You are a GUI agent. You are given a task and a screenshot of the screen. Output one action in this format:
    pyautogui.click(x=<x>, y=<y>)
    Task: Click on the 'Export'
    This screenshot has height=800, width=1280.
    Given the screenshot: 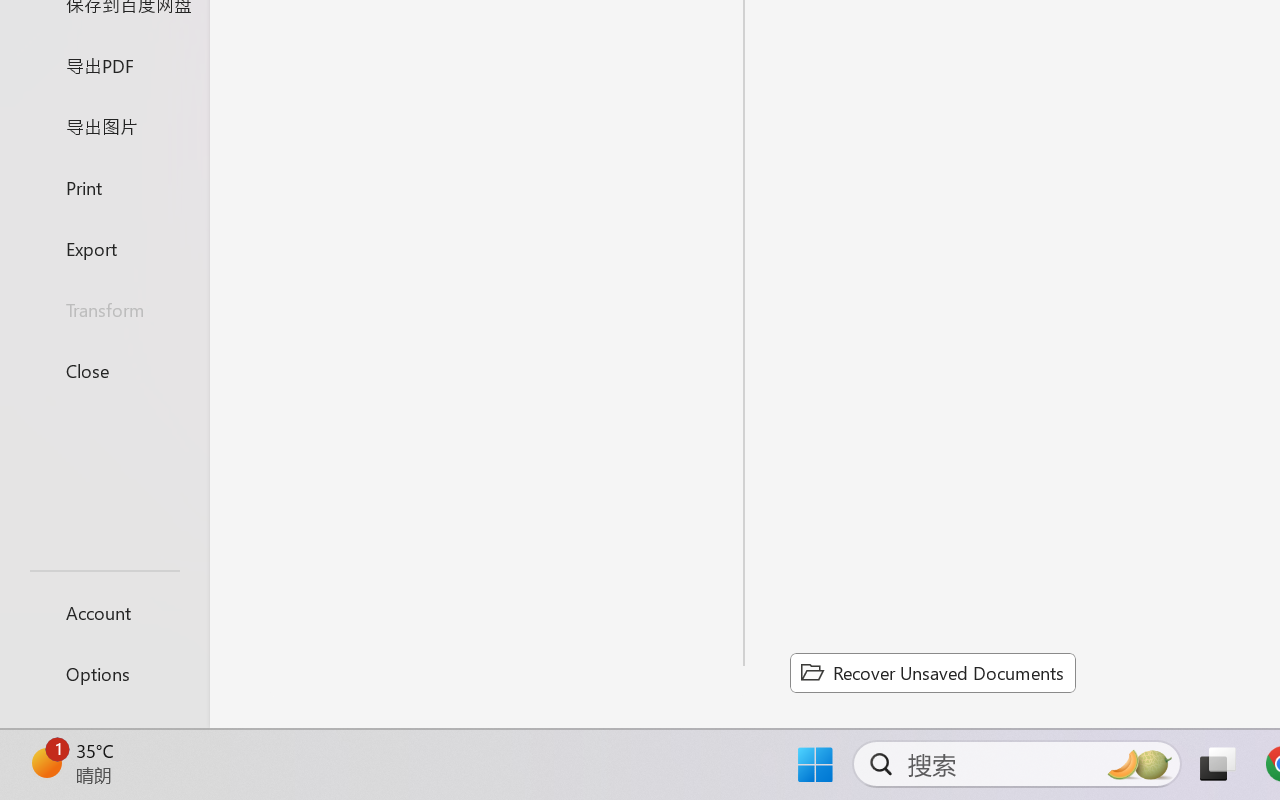 What is the action you would take?
    pyautogui.click(x=103, y=247)
    